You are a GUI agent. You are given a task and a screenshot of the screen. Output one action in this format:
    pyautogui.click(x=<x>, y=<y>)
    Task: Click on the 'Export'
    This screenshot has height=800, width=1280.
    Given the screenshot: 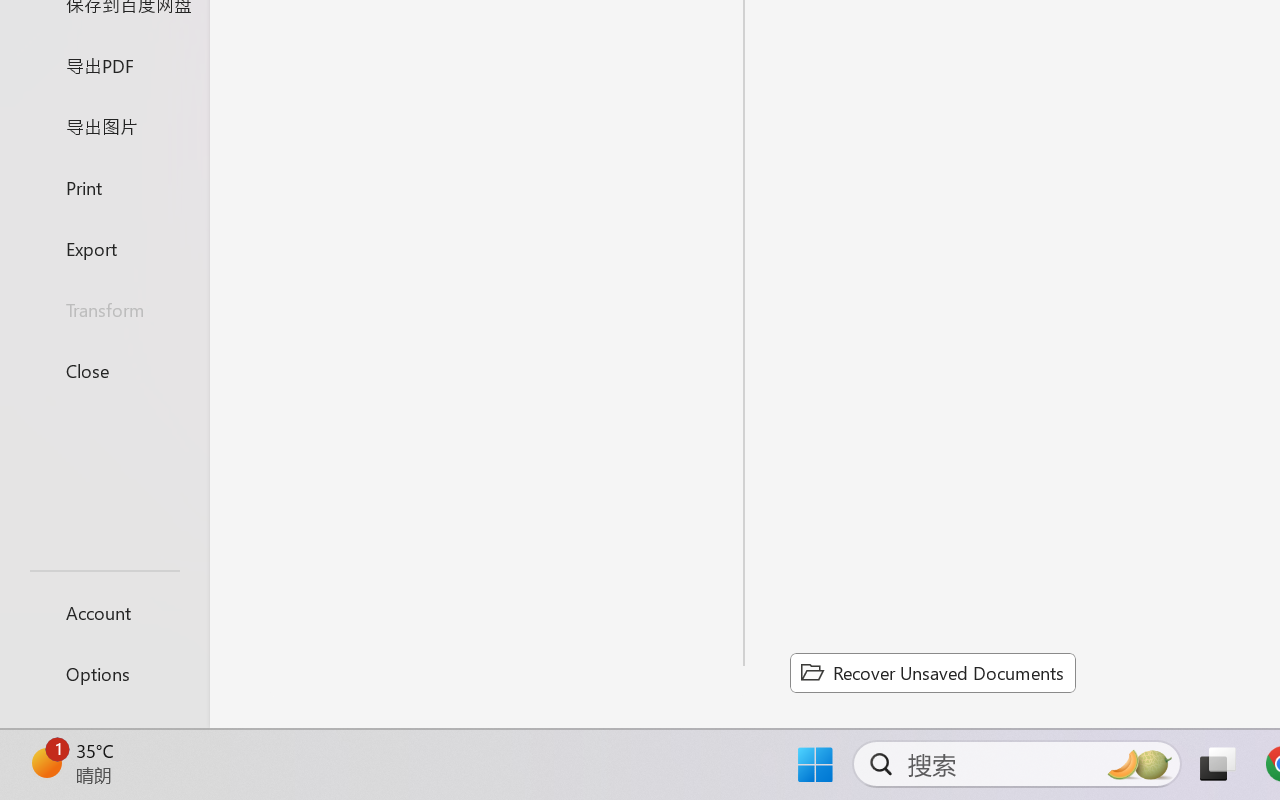 What is the action you would take?
    pyautogui.click(x=103, y=247)
    